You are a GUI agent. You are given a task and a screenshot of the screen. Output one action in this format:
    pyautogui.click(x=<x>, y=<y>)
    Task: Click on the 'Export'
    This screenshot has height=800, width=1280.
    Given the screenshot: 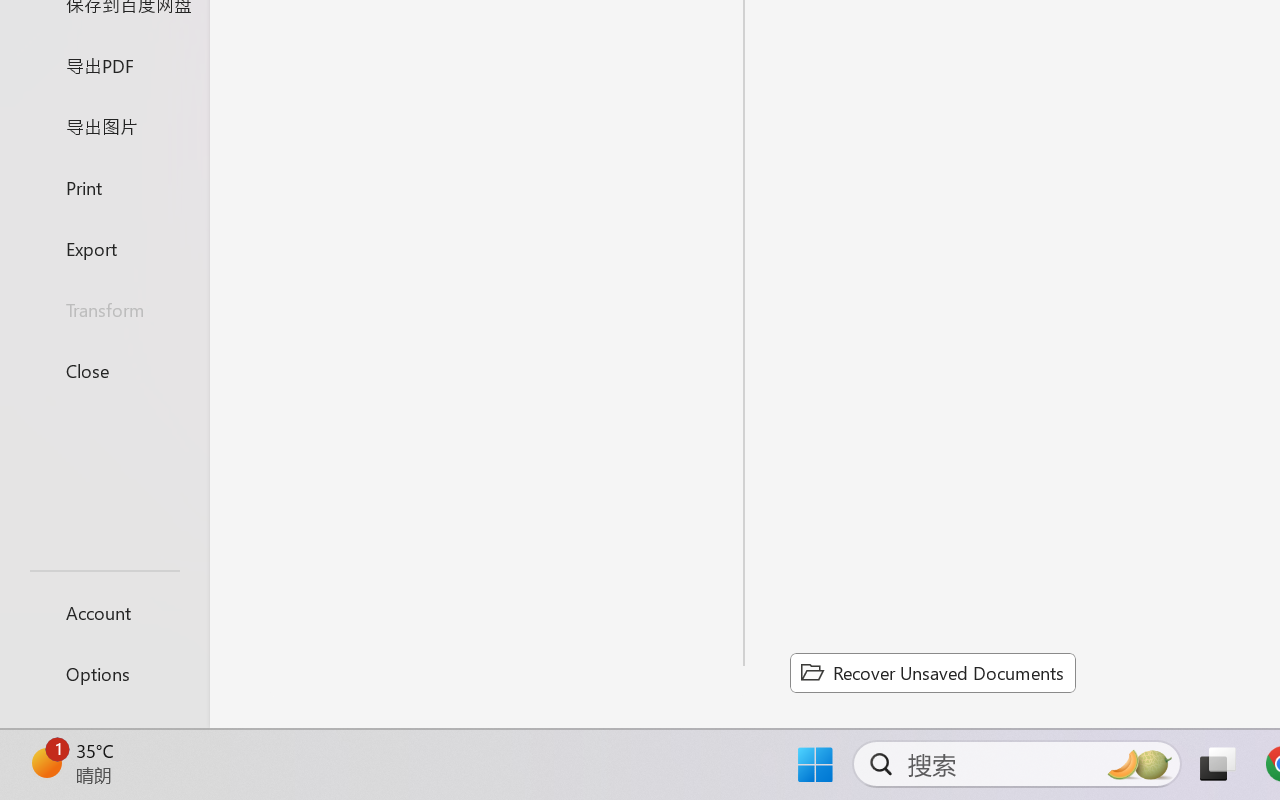 What is the action you would take?
    pyautogui.click(x=103, y=247)
    